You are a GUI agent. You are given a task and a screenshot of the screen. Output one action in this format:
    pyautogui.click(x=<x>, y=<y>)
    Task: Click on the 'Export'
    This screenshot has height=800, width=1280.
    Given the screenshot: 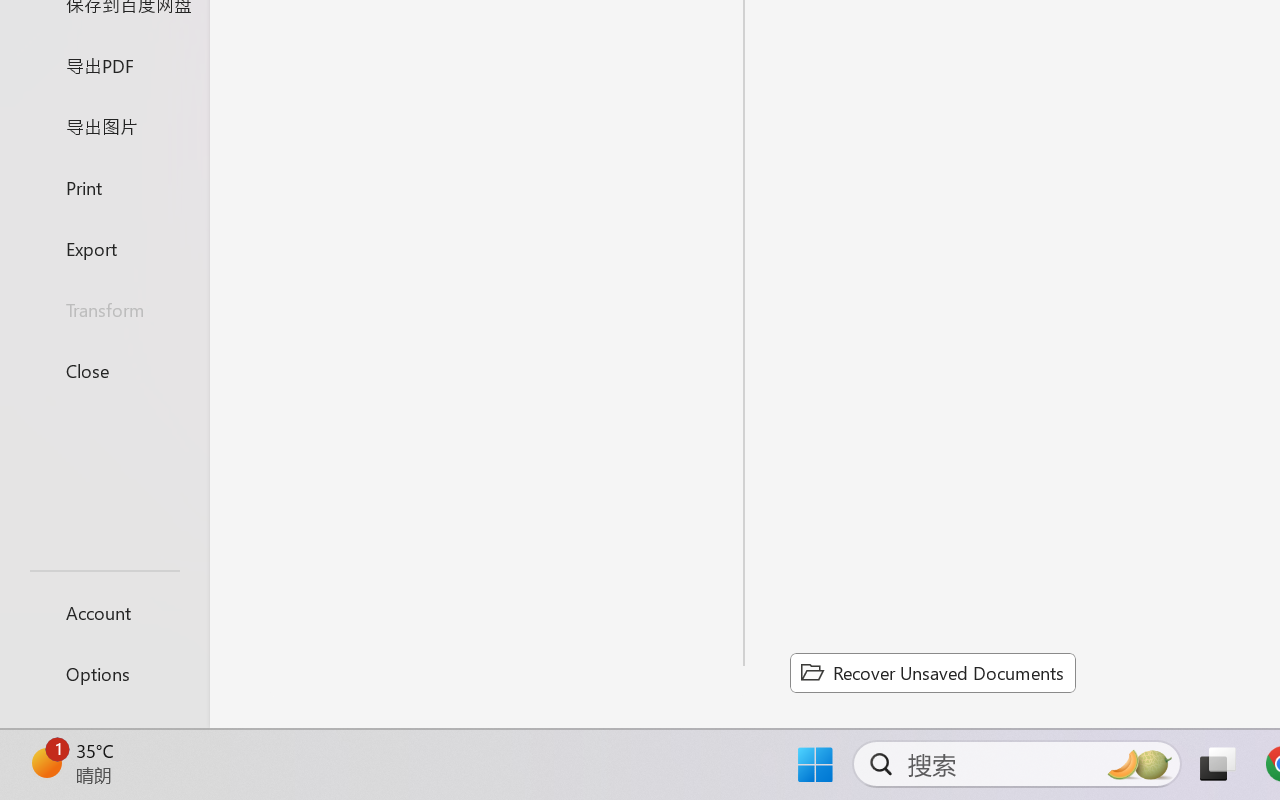 What is the action you would take?
    pyautogui.click(x=103, y=247)
    